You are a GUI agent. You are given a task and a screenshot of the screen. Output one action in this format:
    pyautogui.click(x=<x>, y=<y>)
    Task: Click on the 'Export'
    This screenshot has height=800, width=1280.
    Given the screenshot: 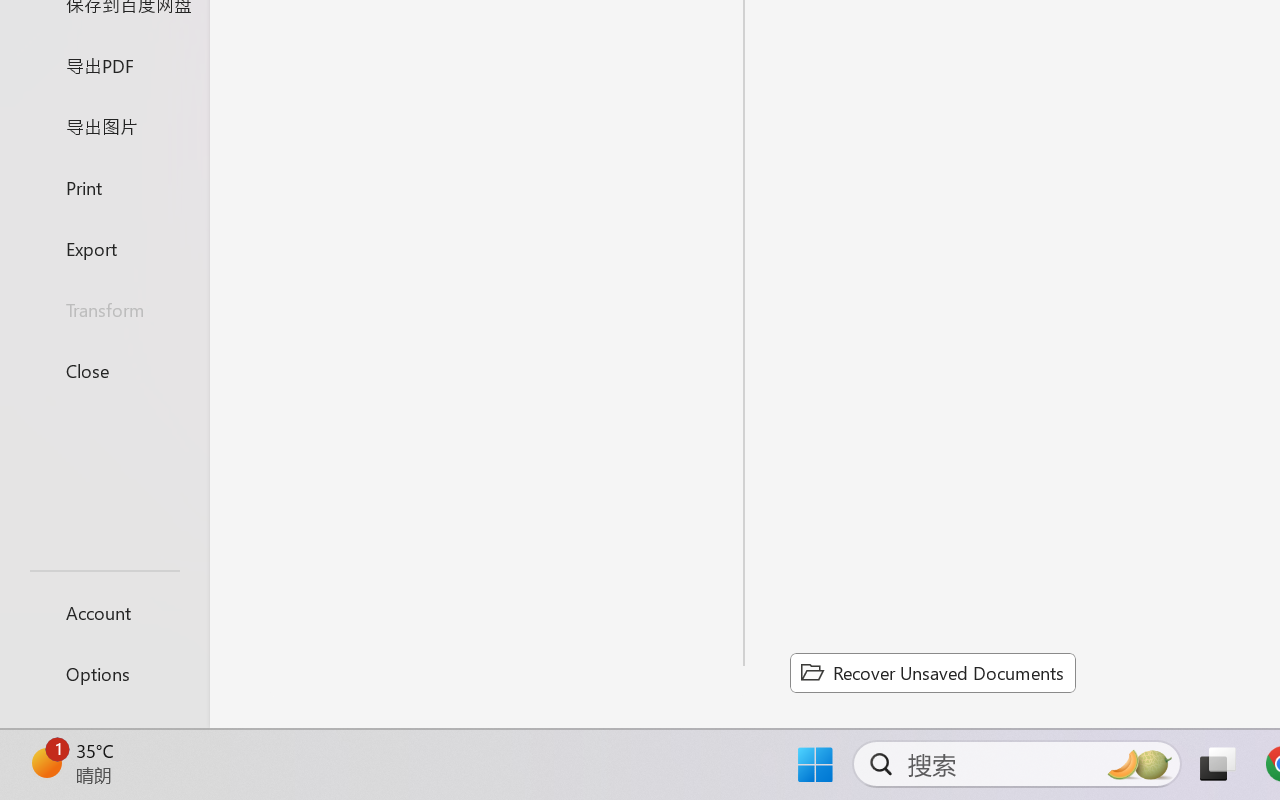 What is the action you would take?
    pyautogui.click(x=103, y=247)
    